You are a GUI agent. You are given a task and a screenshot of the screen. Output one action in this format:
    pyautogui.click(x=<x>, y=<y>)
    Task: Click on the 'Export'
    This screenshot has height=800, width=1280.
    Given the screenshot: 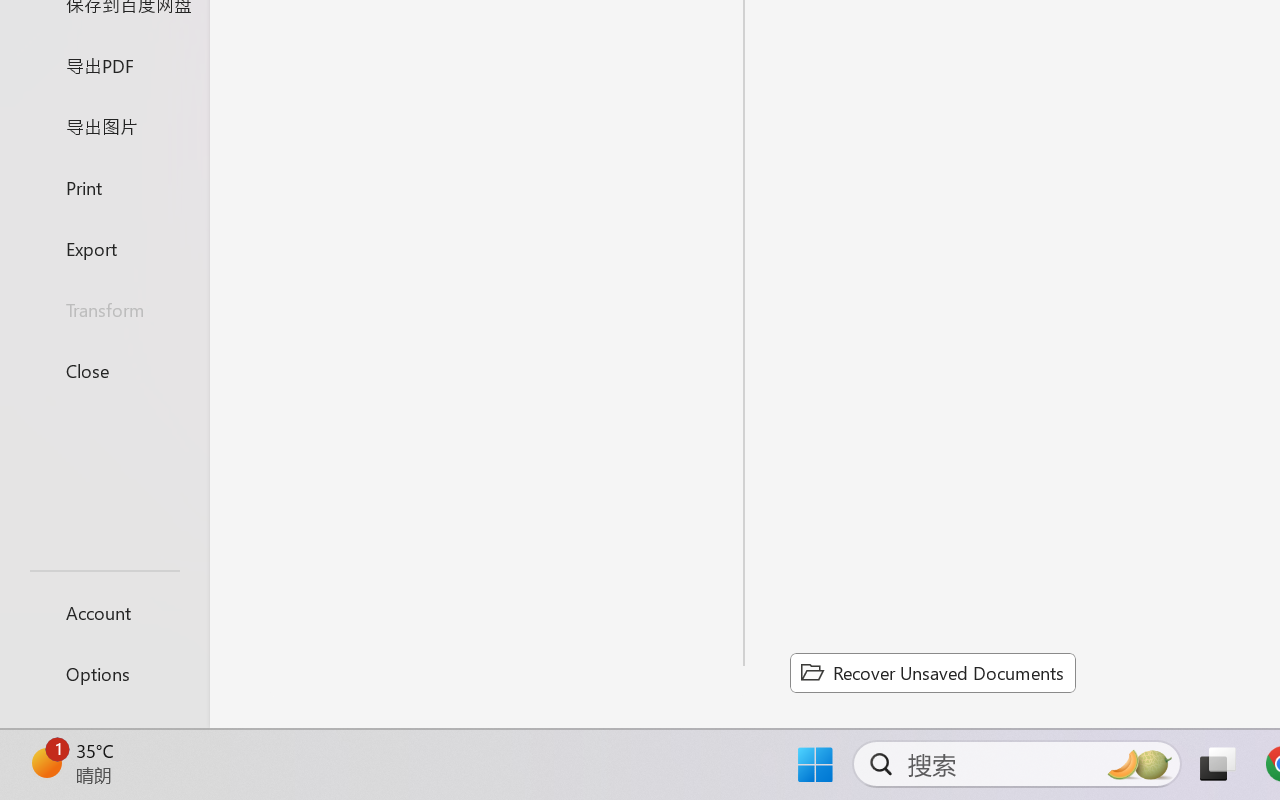 What is the action you would take?
    pyautogui.click(x=103, y=247)
    